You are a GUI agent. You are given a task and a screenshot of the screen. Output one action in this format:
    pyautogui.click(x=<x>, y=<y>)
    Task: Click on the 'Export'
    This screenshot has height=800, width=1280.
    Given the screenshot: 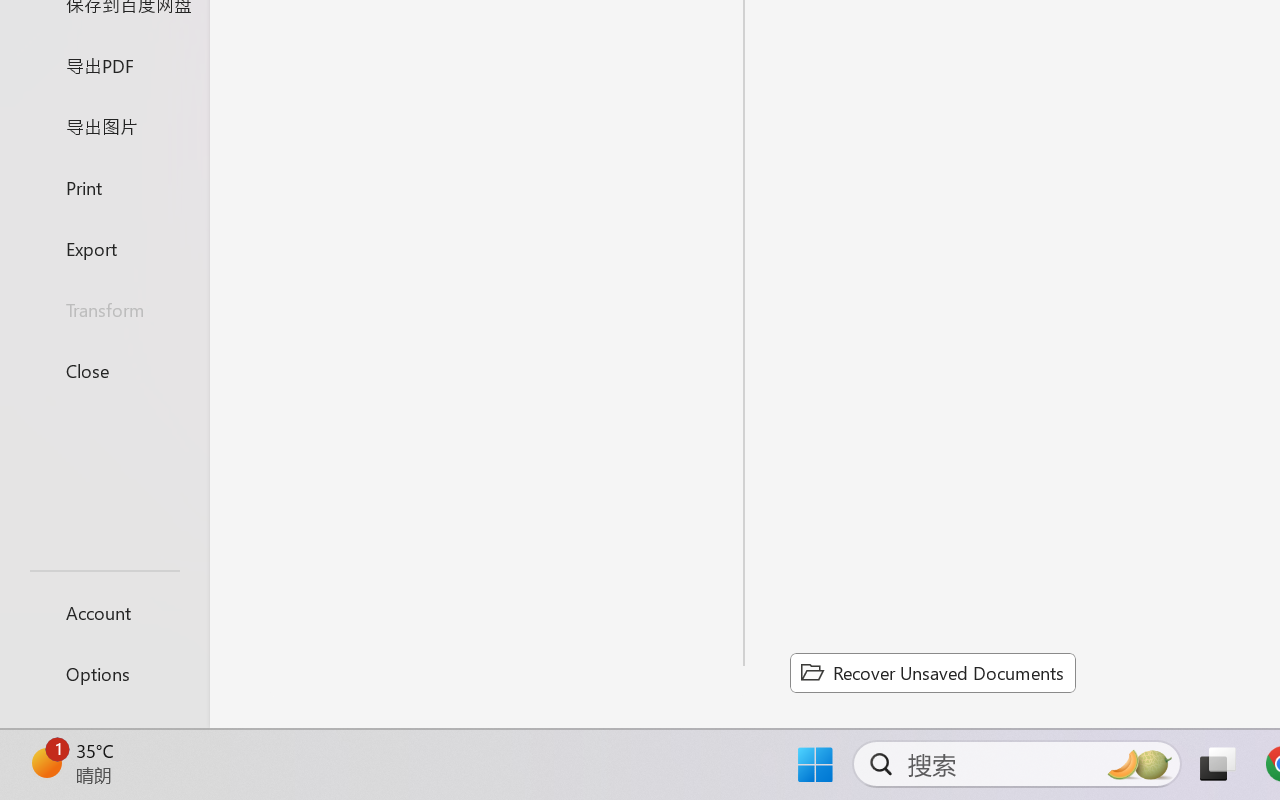 What is the action you would take?
    pyautogui.click(x=103, y=247)
    